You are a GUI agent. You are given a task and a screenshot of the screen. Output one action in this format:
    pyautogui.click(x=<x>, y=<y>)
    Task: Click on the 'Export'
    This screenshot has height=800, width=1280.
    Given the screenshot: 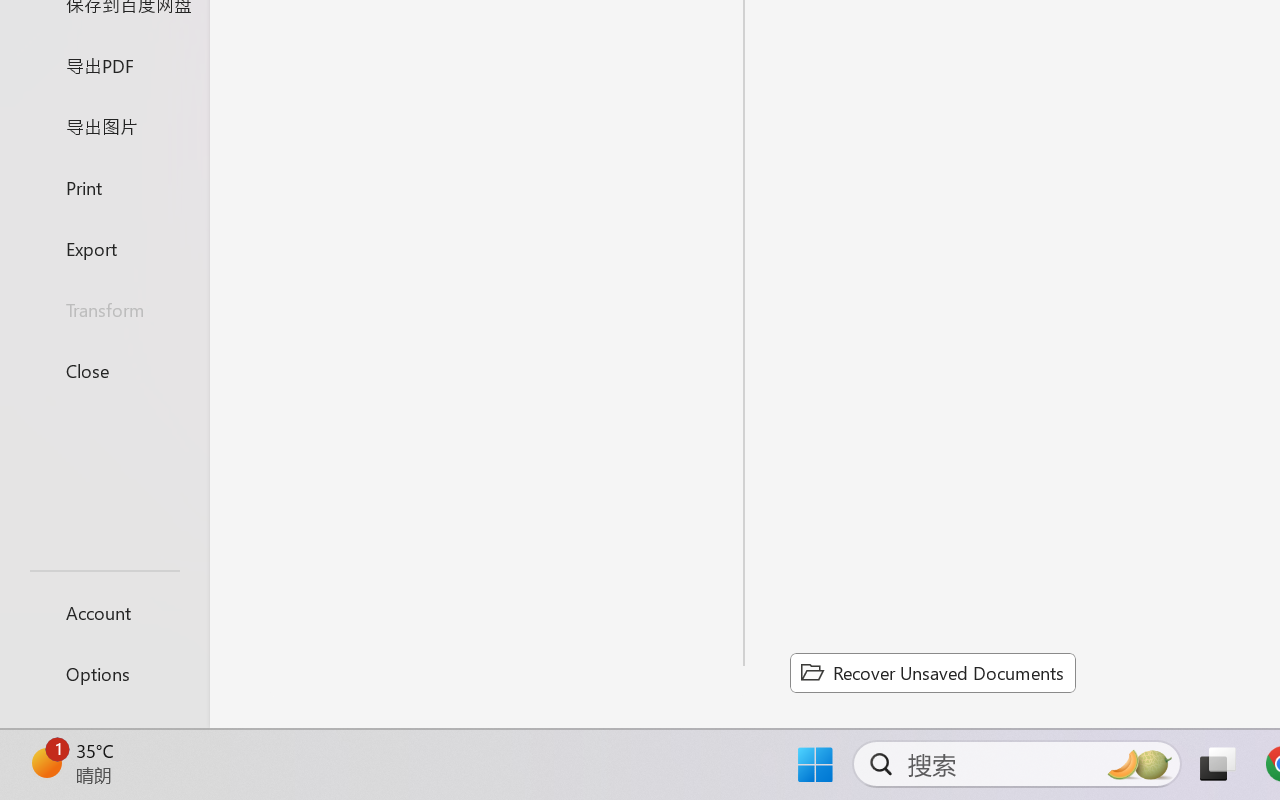 What is the action you would take?
    pyautogui.click(x=103, y=247)
    